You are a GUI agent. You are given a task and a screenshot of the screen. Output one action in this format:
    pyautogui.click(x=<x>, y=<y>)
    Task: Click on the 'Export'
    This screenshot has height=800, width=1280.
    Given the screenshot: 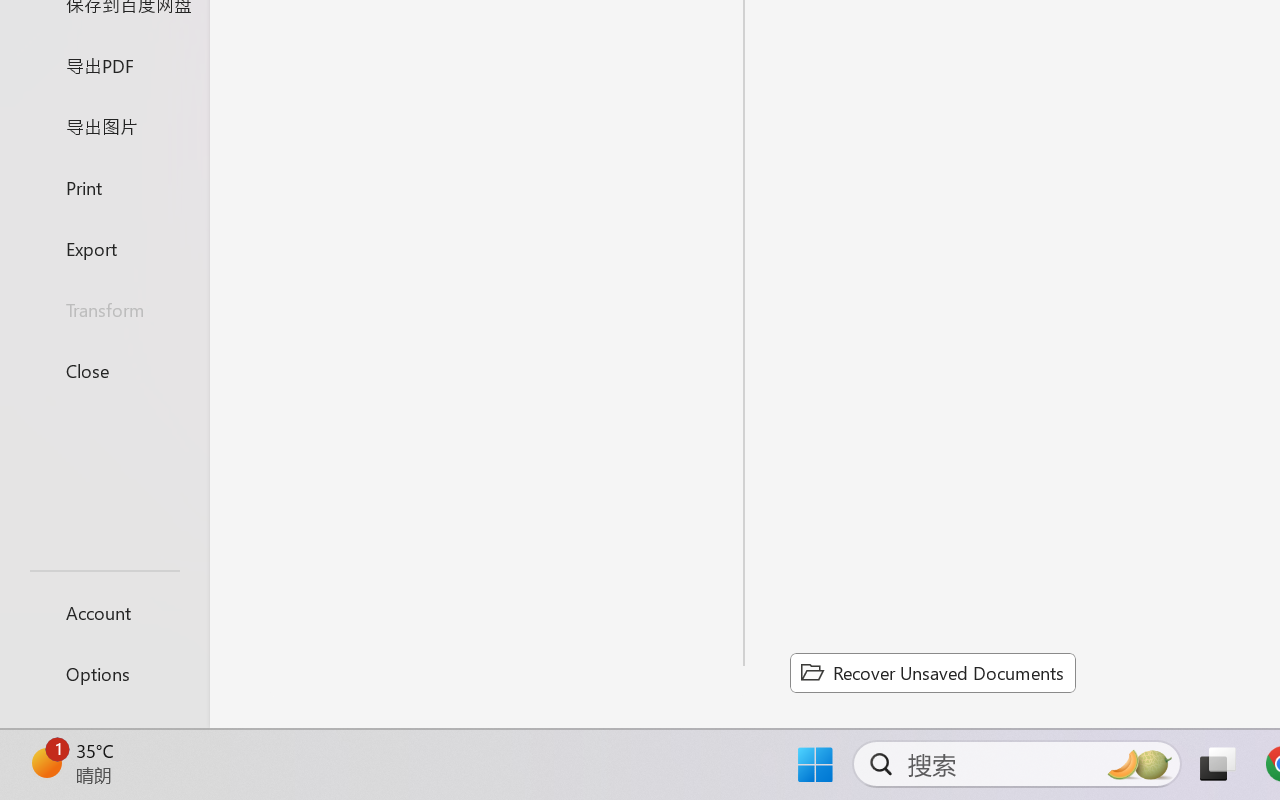 What is the action you would take?
    pyautogui.click(x=103, y=247)
    